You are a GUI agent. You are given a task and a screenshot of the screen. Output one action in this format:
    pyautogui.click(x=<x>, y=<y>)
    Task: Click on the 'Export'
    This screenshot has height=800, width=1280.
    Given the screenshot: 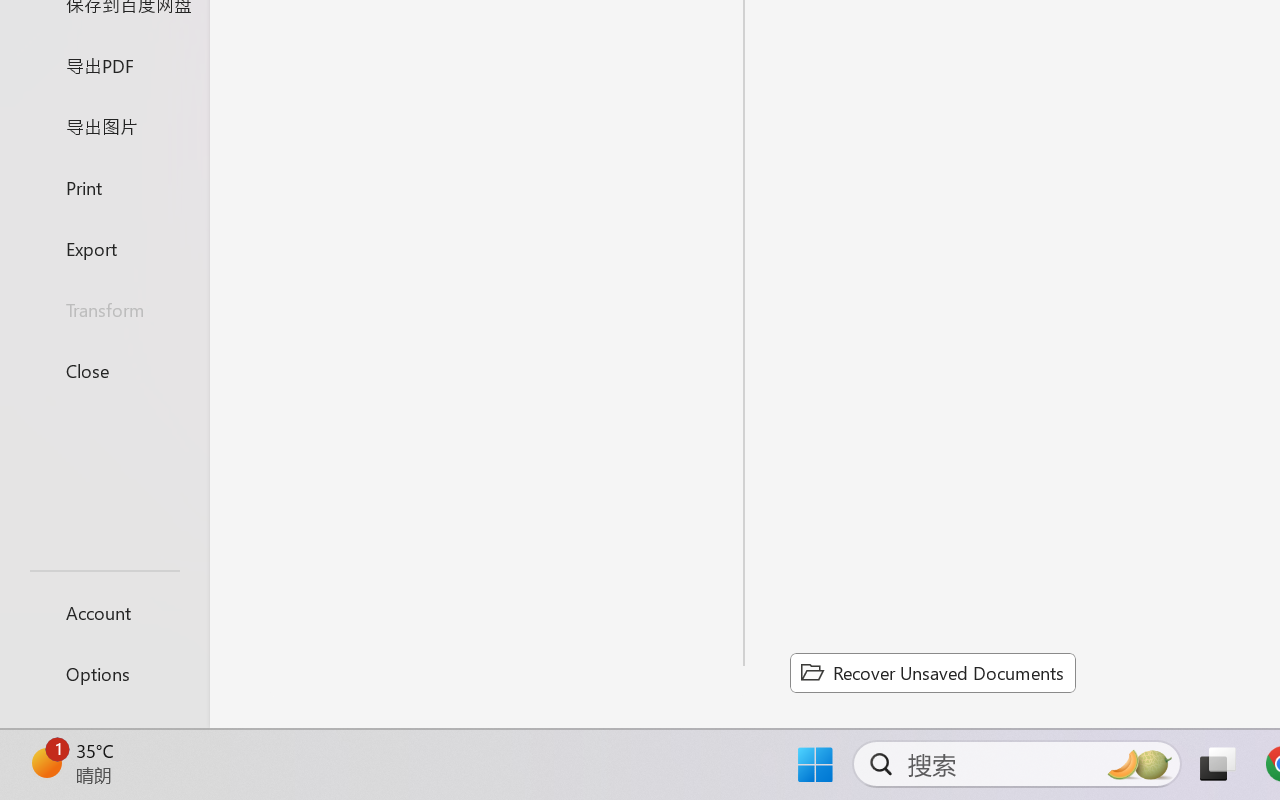 What is the action you would take?
    pyautogui.click(x=103, y=247)
    